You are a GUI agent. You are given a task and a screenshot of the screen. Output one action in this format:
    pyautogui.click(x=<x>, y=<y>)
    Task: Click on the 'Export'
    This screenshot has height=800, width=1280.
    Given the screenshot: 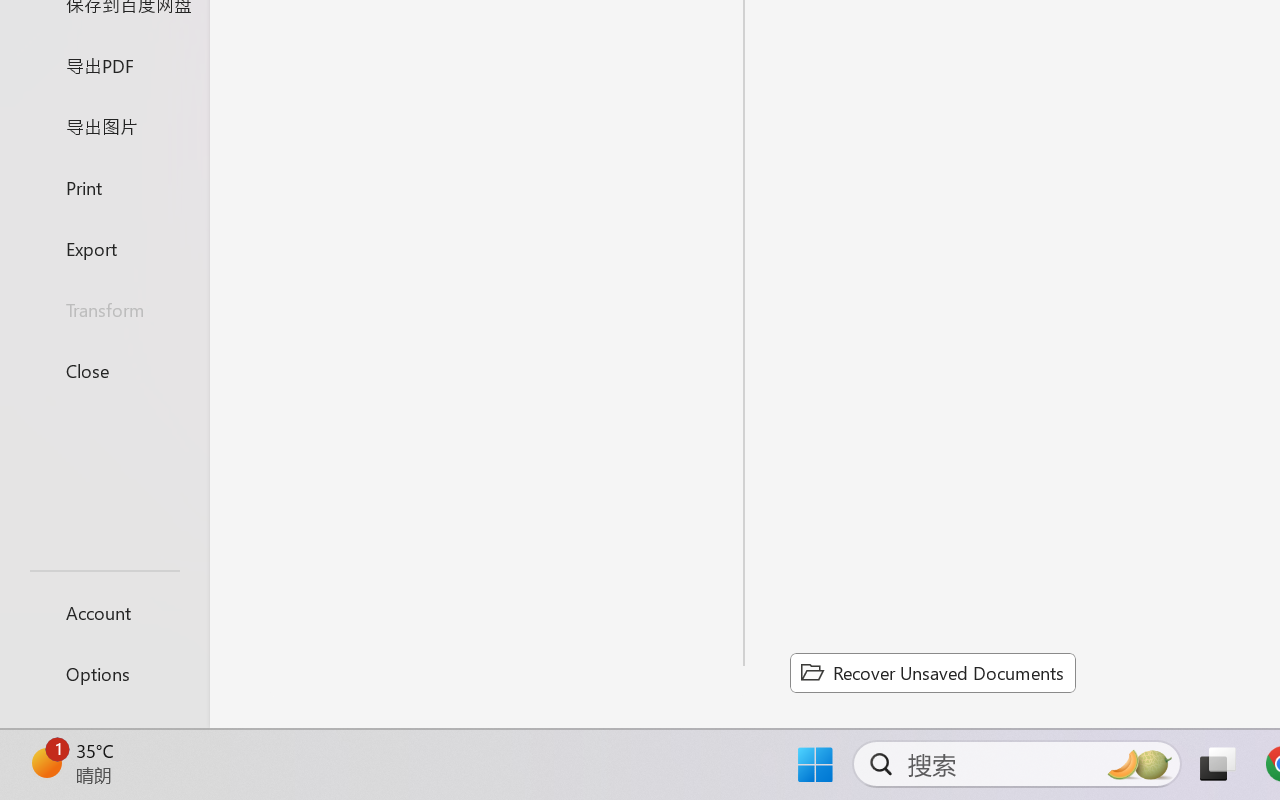 What is the action you would take?
    pyautogui.click(x=103, y=247)
    